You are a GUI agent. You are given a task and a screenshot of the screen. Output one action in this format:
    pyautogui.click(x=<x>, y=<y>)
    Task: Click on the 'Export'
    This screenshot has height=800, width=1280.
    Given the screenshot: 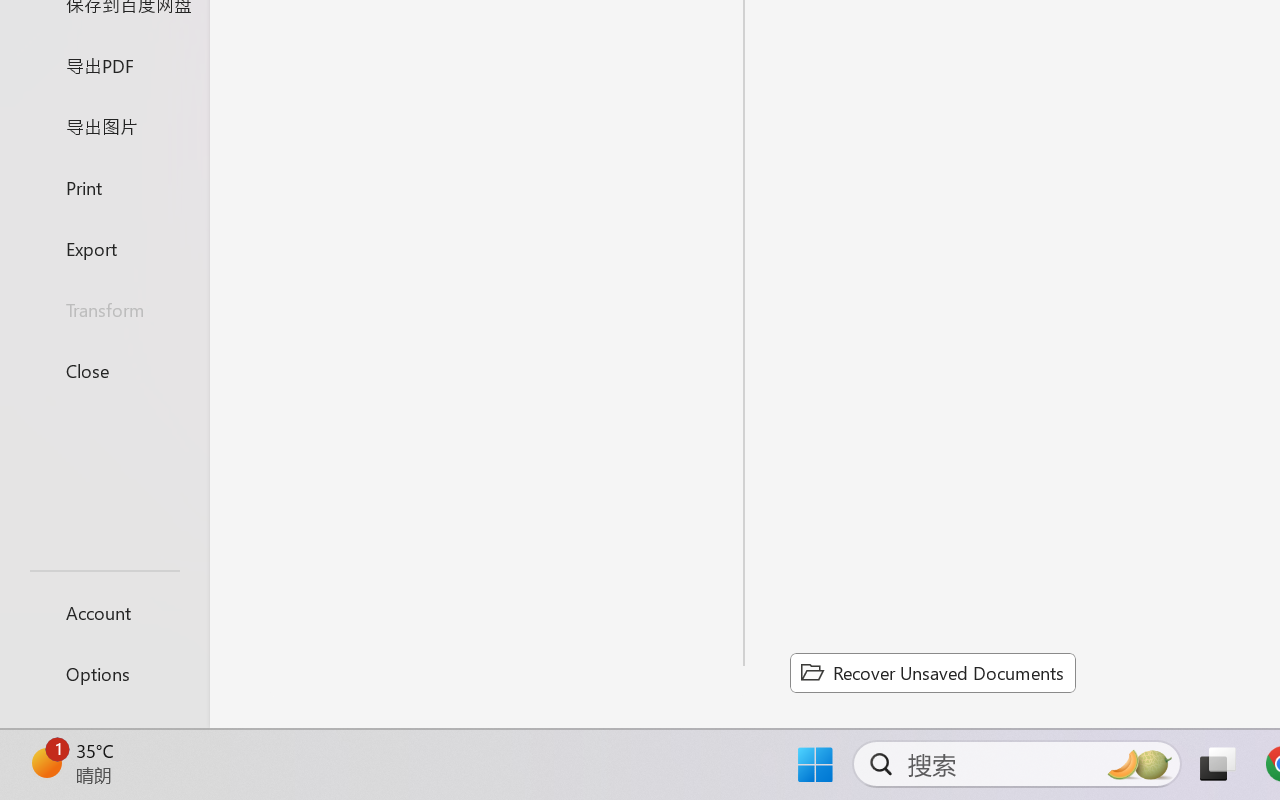 What is the action you would take?
    pyautogui.click(x=103, y=247)
    